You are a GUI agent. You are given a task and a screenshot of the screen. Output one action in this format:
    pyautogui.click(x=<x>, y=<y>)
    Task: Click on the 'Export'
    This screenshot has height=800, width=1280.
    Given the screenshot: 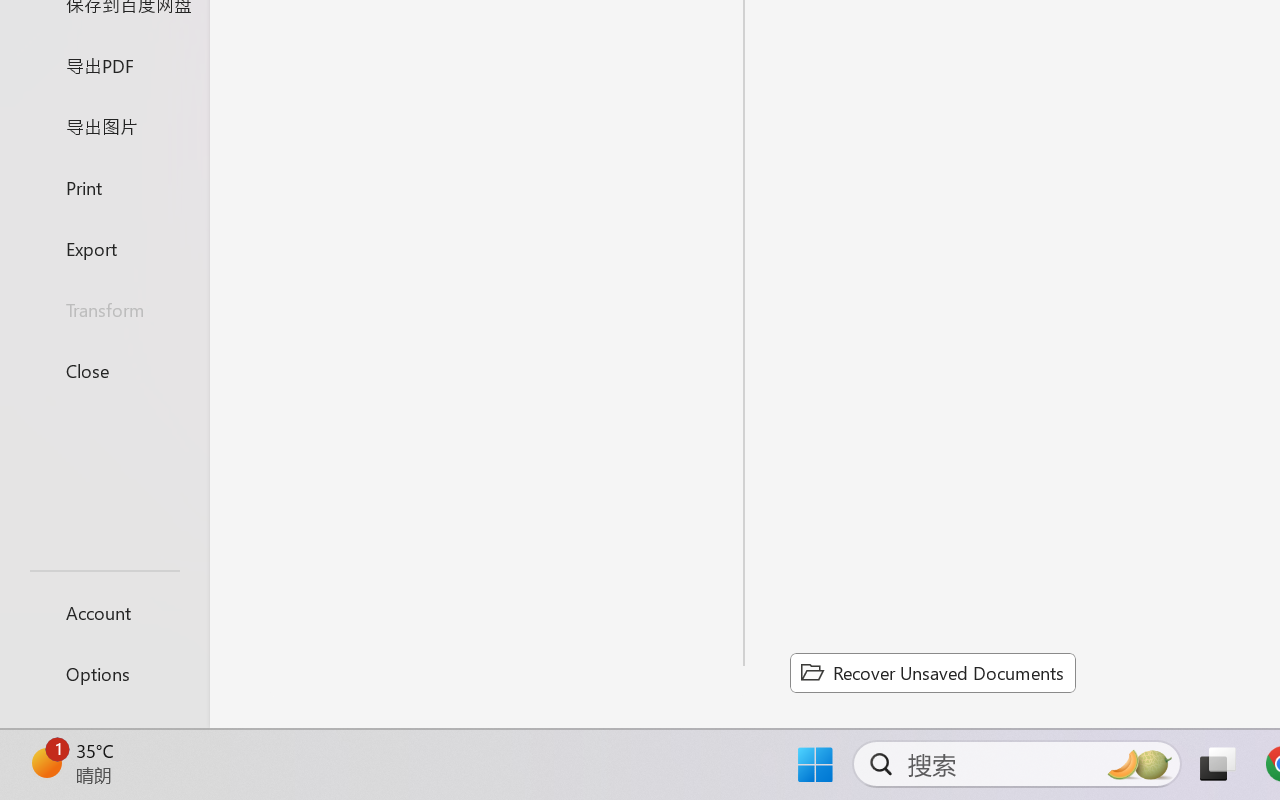 What is the action you would take?
    pyautogui.click(x=103, y=247)
    